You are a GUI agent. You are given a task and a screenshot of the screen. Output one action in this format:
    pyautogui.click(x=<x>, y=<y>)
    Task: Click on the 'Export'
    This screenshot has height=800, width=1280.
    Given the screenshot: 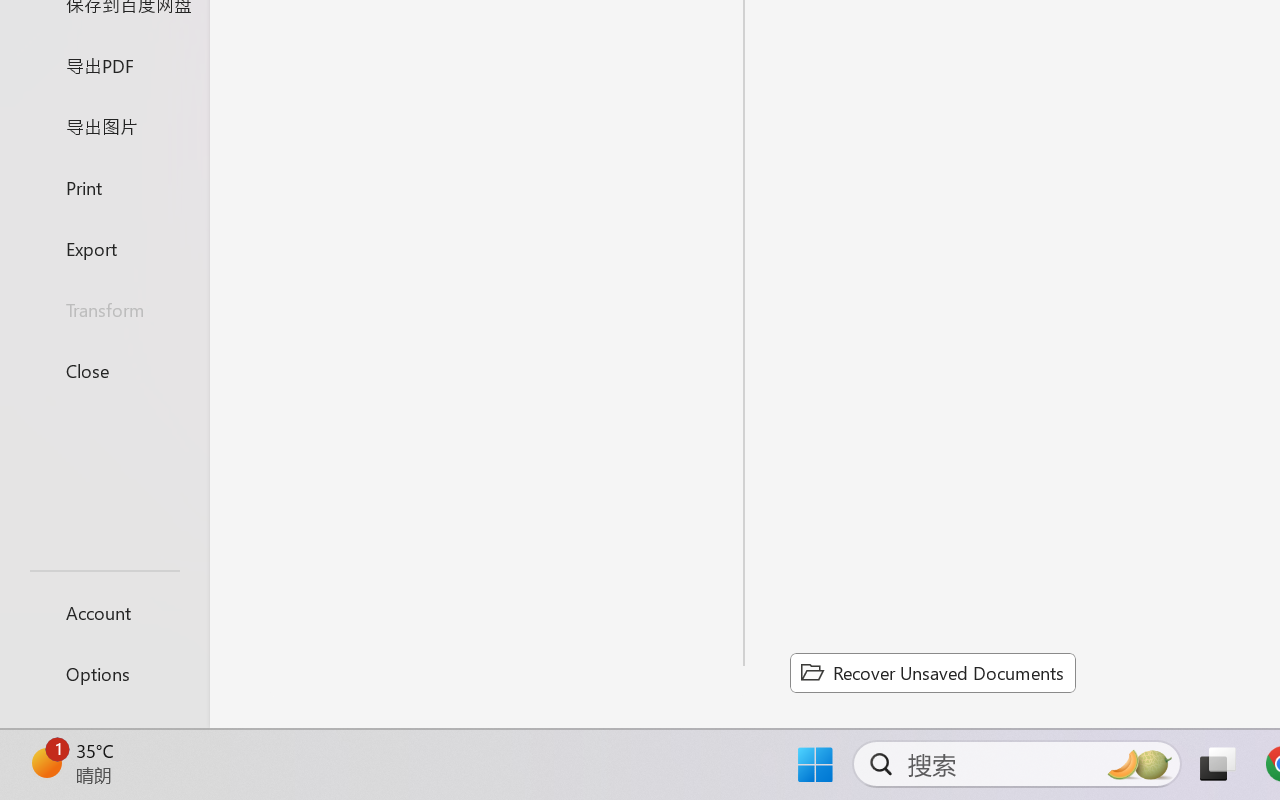 What is the action you would take?
    pyautogui.click(x=103, y=247)
    